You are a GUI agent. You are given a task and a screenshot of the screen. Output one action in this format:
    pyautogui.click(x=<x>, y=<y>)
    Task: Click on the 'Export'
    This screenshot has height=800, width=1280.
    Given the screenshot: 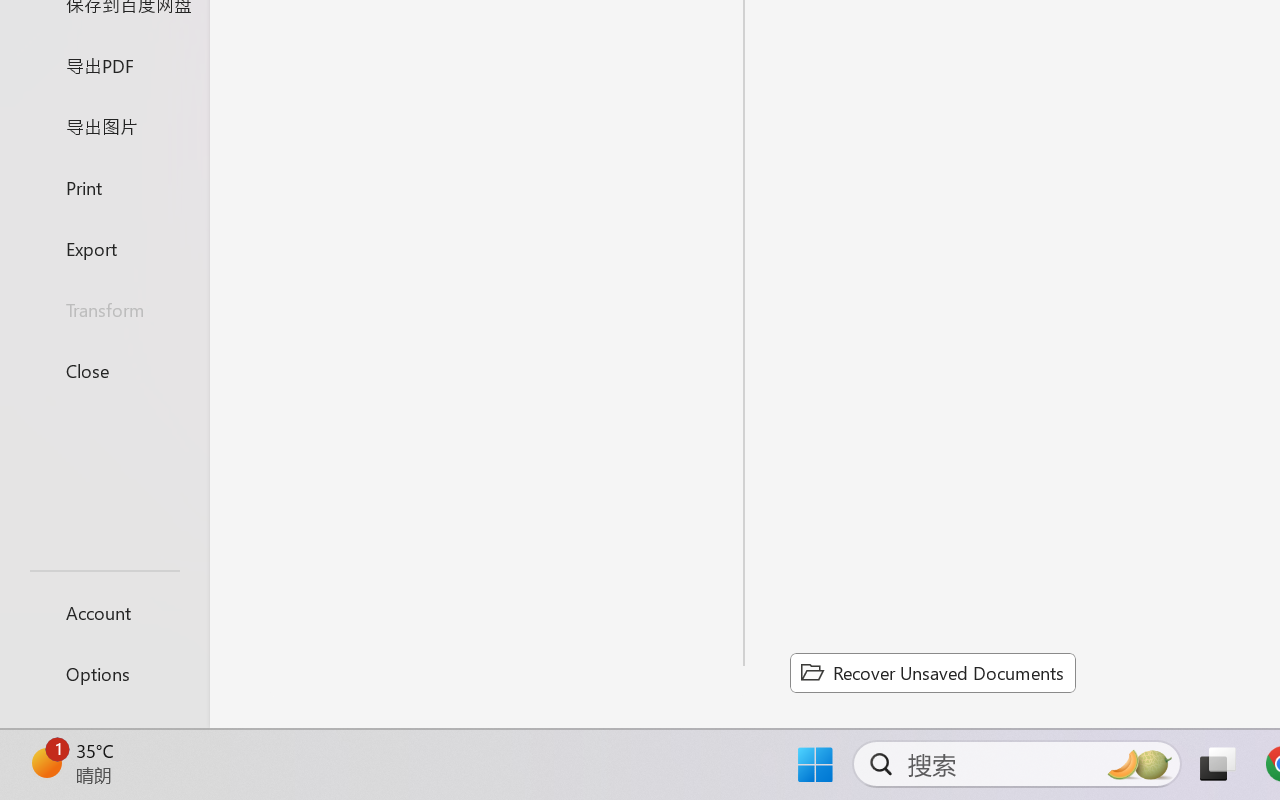 What is the action you would take?
    pyautogui.click(x=103, y=247)
    